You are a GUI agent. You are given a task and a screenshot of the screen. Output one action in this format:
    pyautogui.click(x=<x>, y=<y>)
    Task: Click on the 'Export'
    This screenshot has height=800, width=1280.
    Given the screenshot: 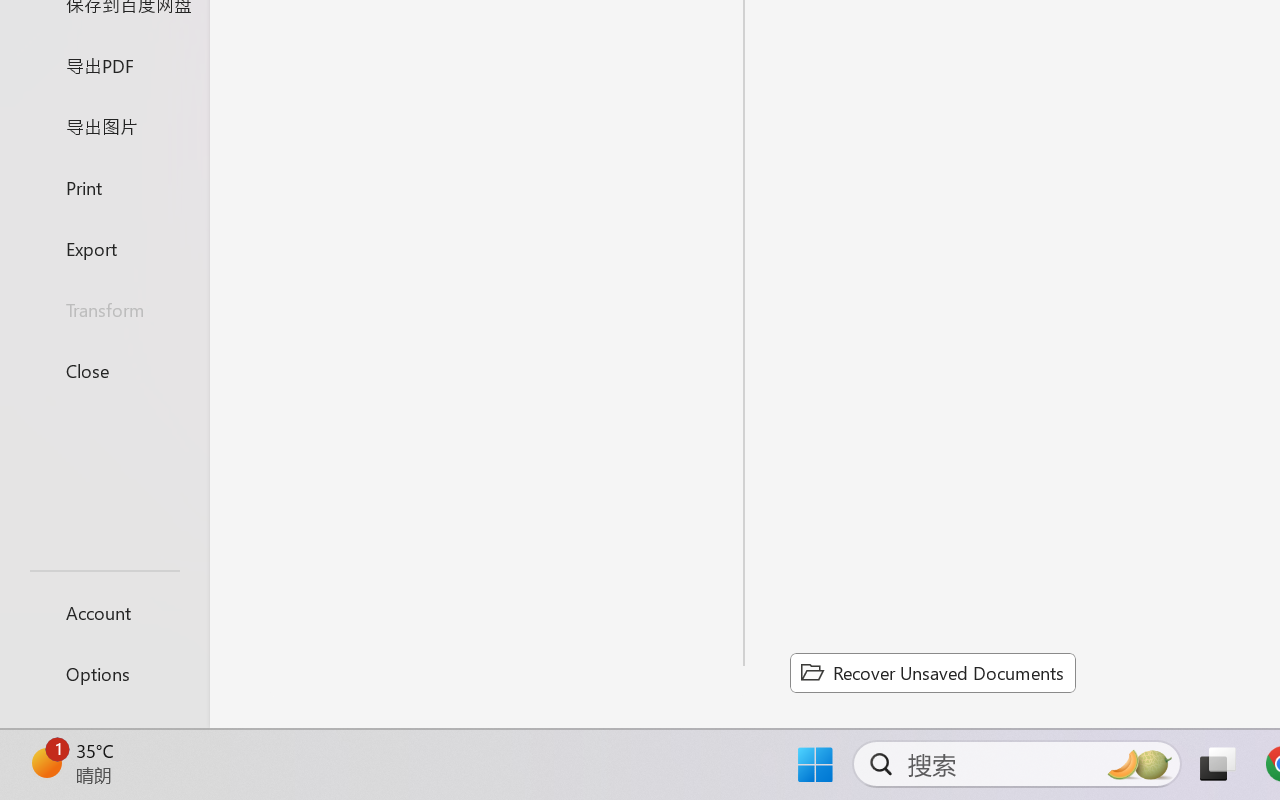 What is the action you would take?
    pyautogui.click(x=103, y=247)
    